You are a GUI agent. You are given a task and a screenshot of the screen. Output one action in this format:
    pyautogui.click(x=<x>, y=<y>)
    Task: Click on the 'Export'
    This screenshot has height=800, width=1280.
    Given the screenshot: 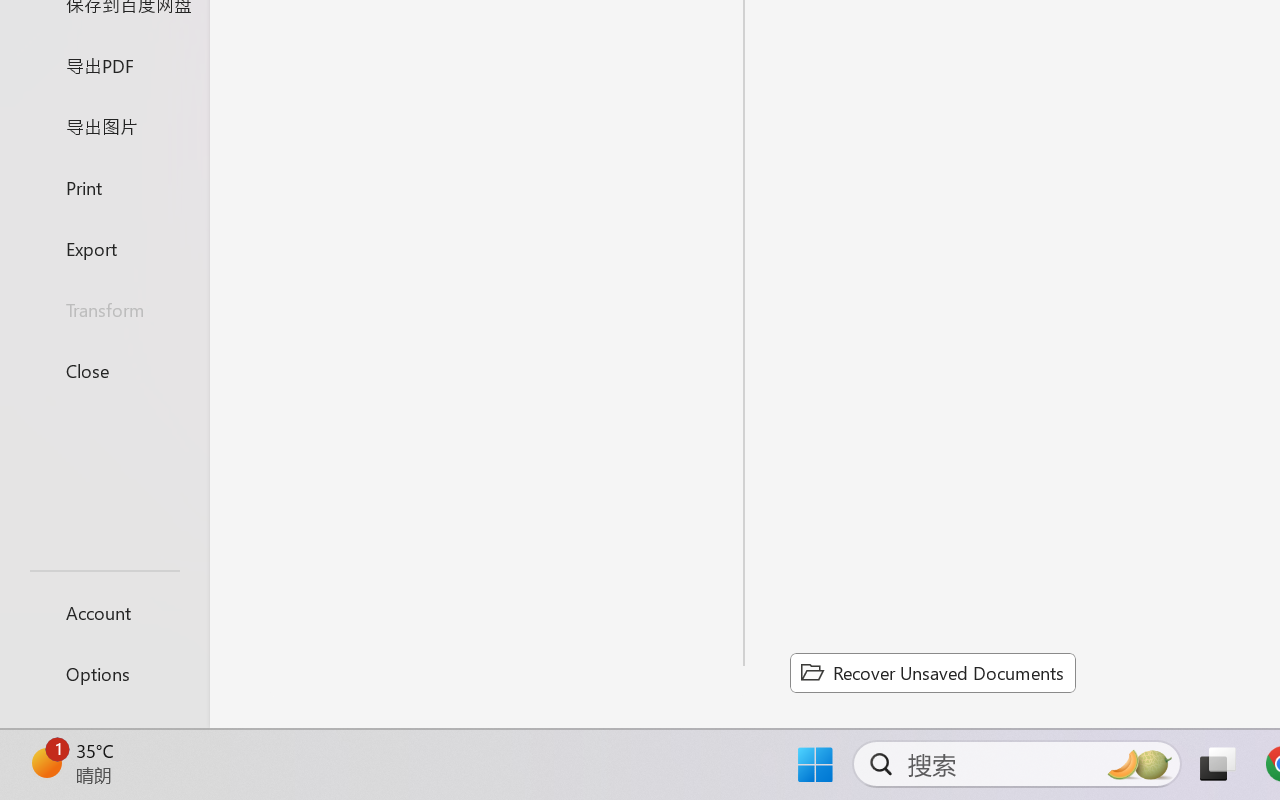 What is the action you would take?
    pyautogui.click(x=103, y=247)
    